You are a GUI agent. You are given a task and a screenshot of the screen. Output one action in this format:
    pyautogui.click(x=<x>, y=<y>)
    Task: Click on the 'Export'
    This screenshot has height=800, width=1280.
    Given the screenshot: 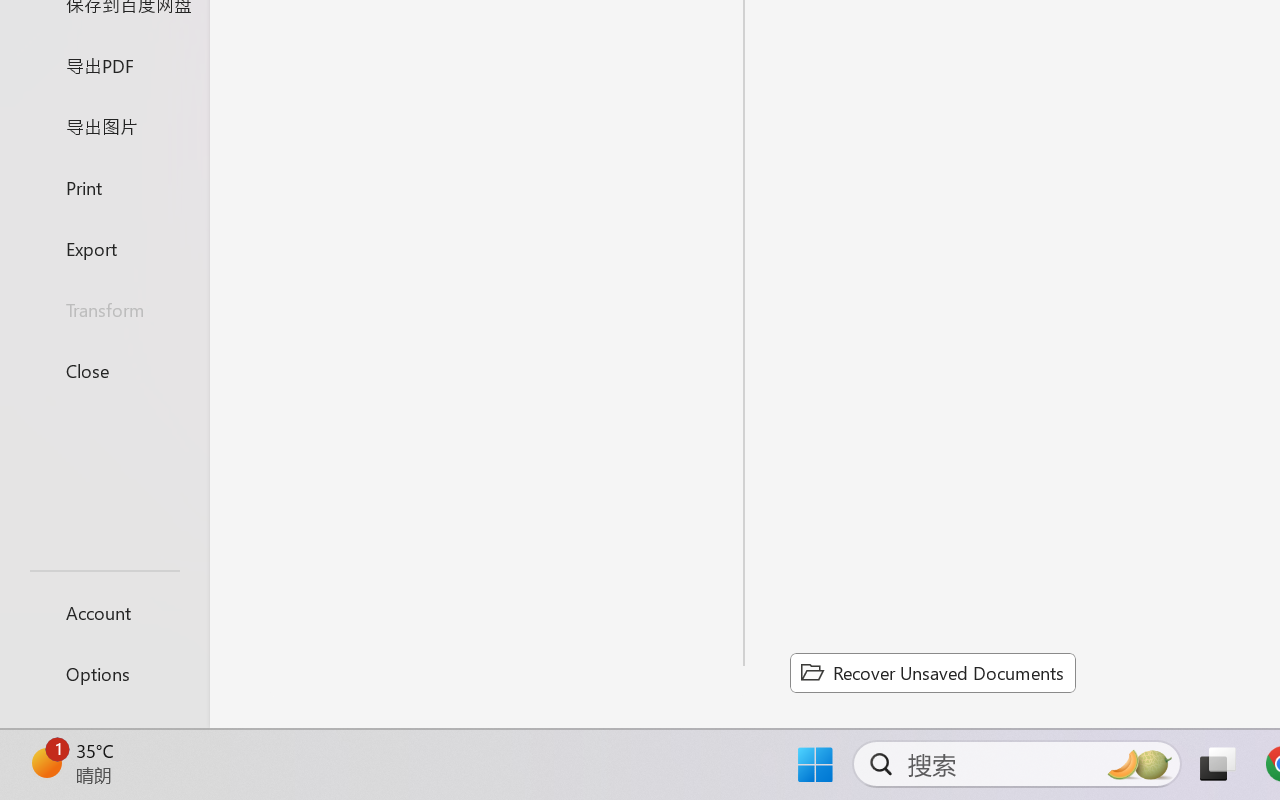 What is the action you would take?
    pyautogui.click(x=103, y=247)
    